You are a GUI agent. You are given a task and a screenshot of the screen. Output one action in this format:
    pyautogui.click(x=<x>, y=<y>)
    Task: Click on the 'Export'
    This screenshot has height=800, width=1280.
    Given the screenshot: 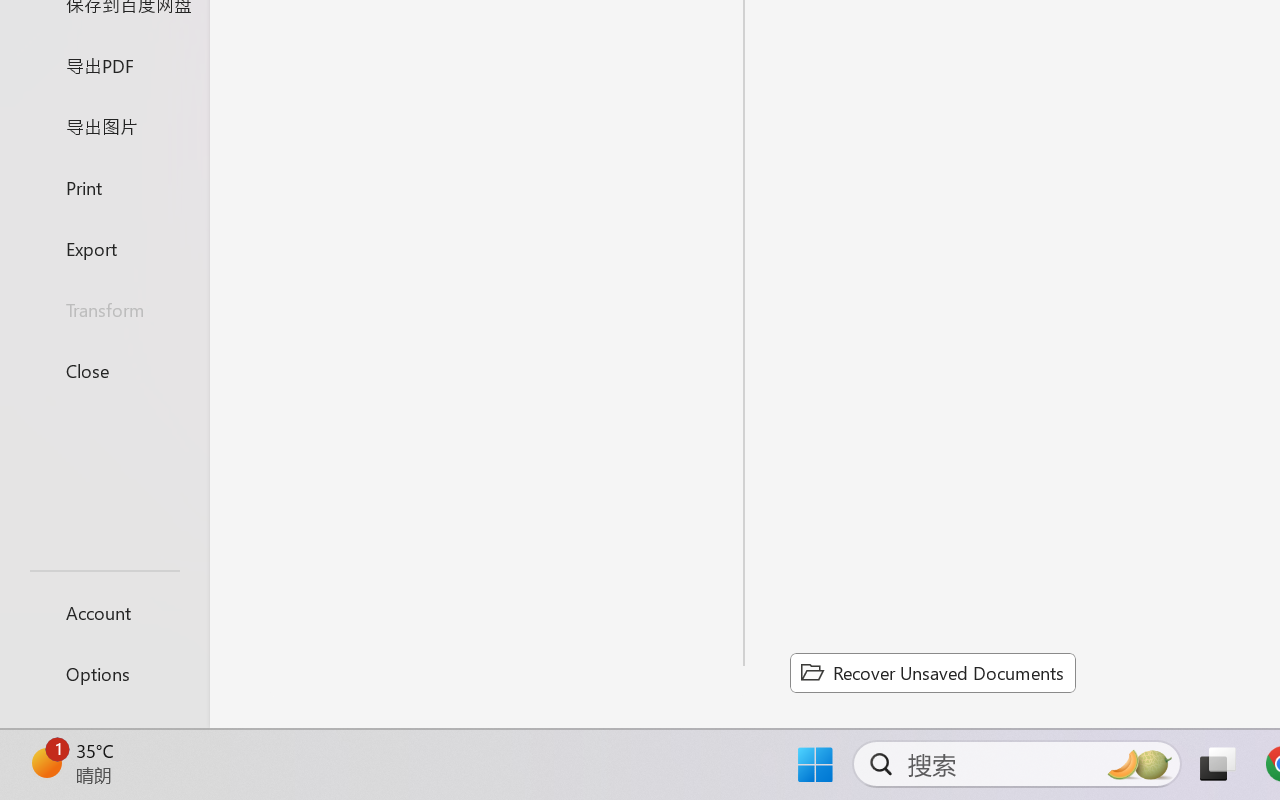 What is the action you would take?
    pyautogui.click(x=103, y=247)
    